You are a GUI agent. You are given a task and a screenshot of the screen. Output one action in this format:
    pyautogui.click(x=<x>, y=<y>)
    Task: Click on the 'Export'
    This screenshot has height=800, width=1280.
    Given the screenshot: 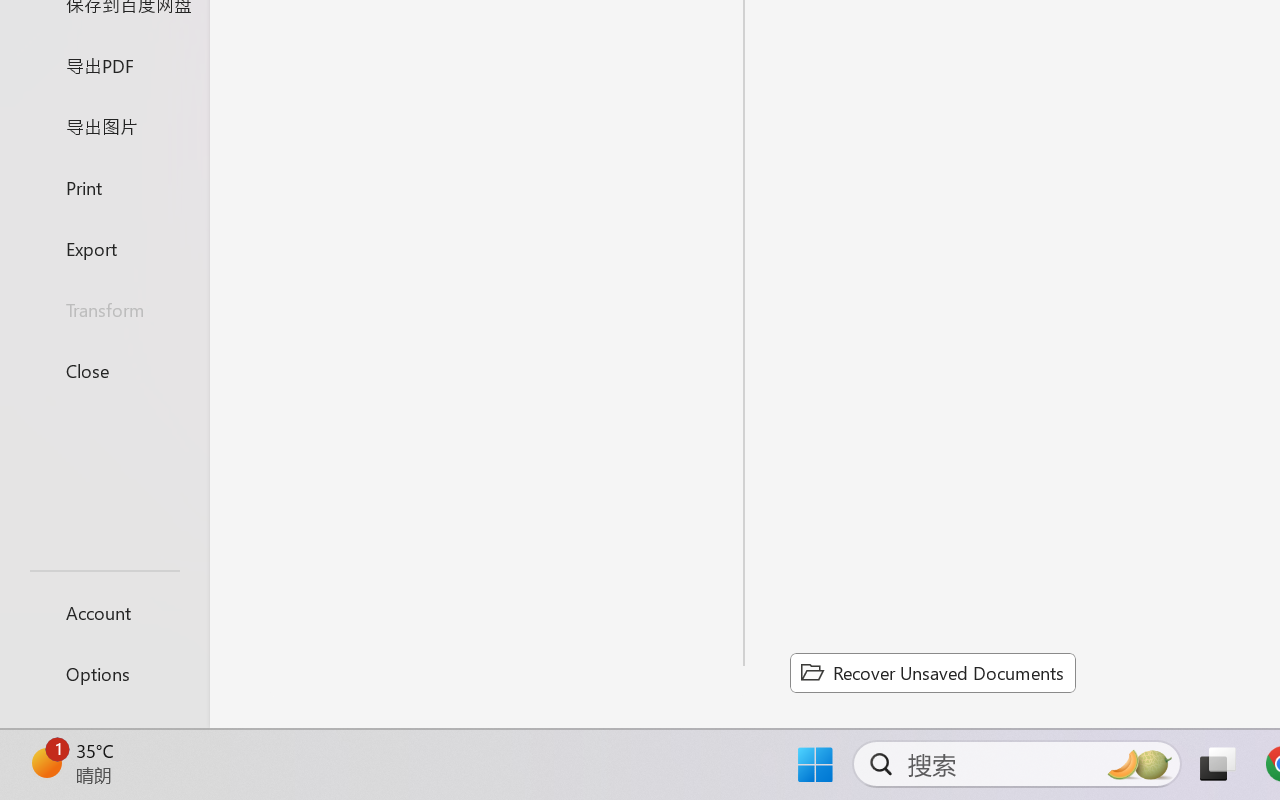 What is the action you would take?
    pyautogui.click(x=103, y=247)
    